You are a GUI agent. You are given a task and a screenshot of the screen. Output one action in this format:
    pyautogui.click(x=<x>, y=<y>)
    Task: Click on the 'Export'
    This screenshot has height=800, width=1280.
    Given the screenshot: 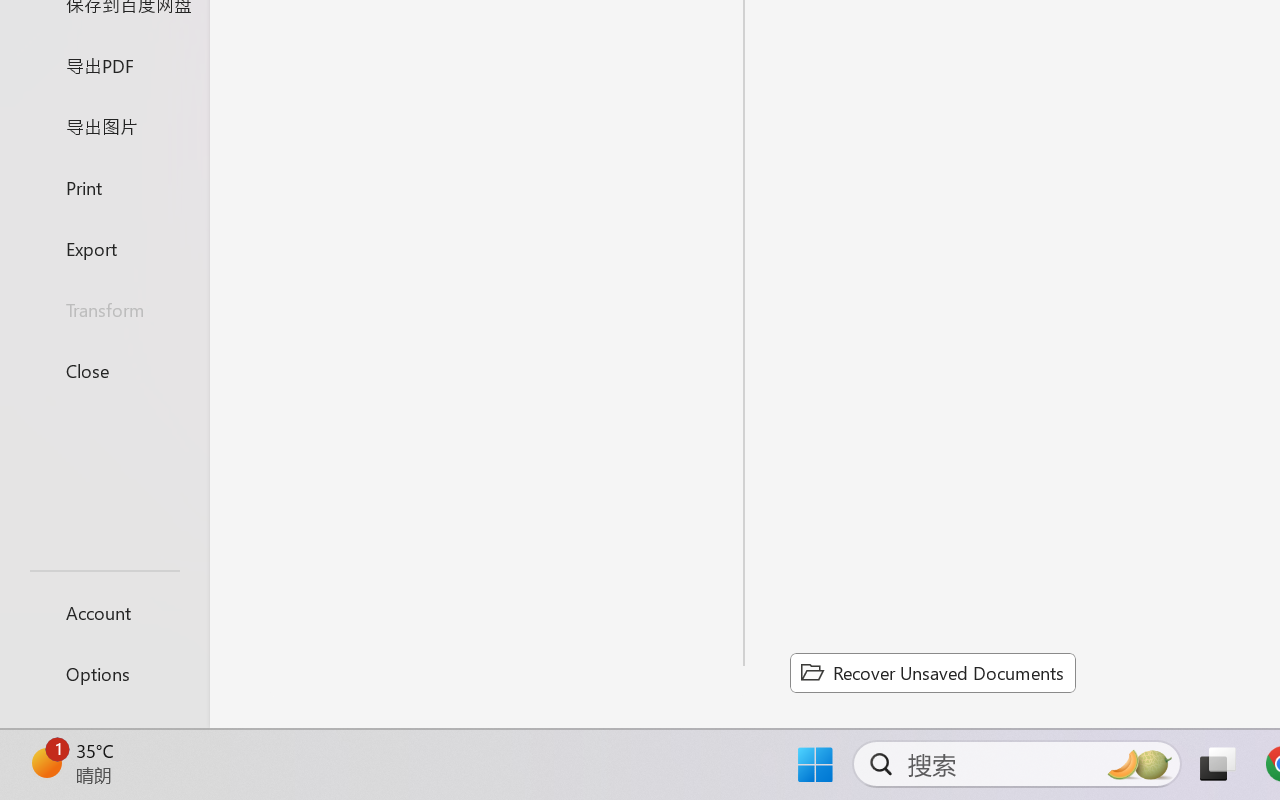 What is the action you would take?
    pyautogui.click(x=103, y=247)
    